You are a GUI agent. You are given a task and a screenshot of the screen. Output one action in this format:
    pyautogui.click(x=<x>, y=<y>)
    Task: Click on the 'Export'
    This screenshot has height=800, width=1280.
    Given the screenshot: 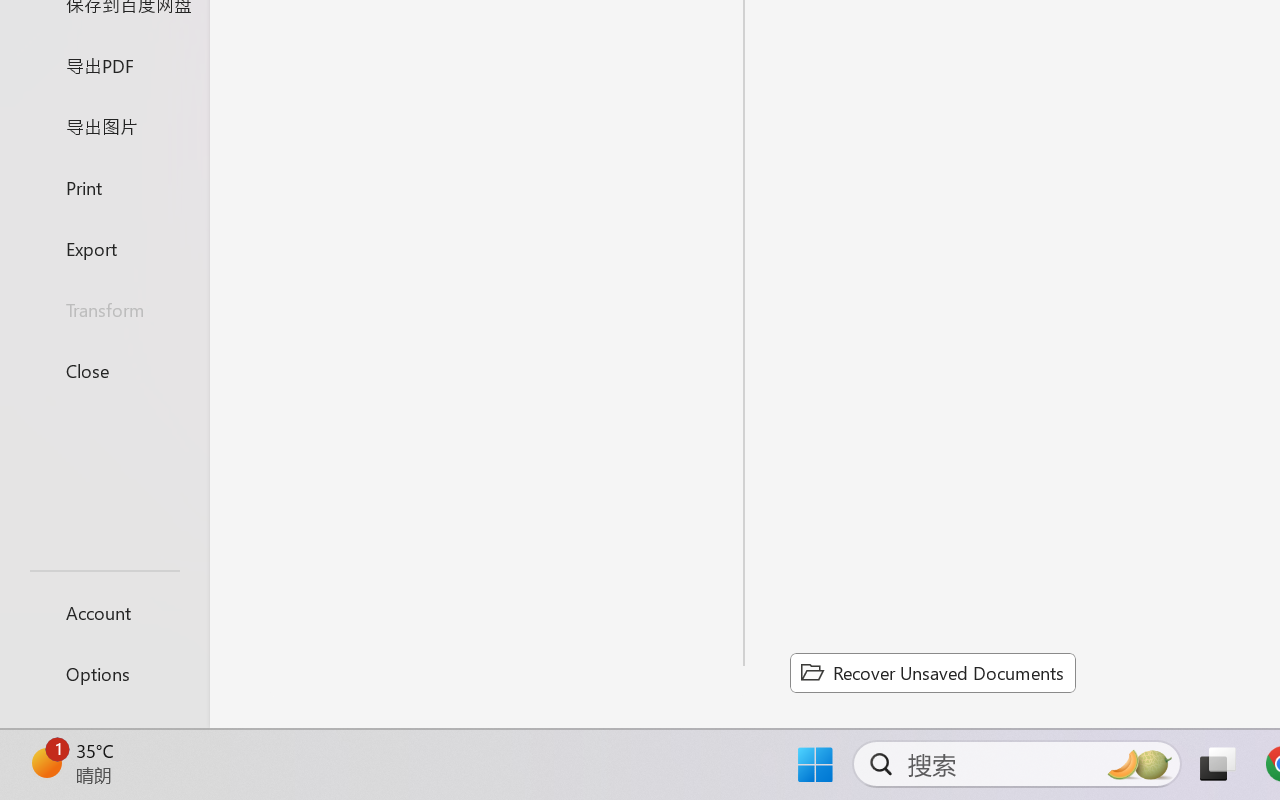 What is the action you would take?
    pyautogui.click(x=103, y=247)
    